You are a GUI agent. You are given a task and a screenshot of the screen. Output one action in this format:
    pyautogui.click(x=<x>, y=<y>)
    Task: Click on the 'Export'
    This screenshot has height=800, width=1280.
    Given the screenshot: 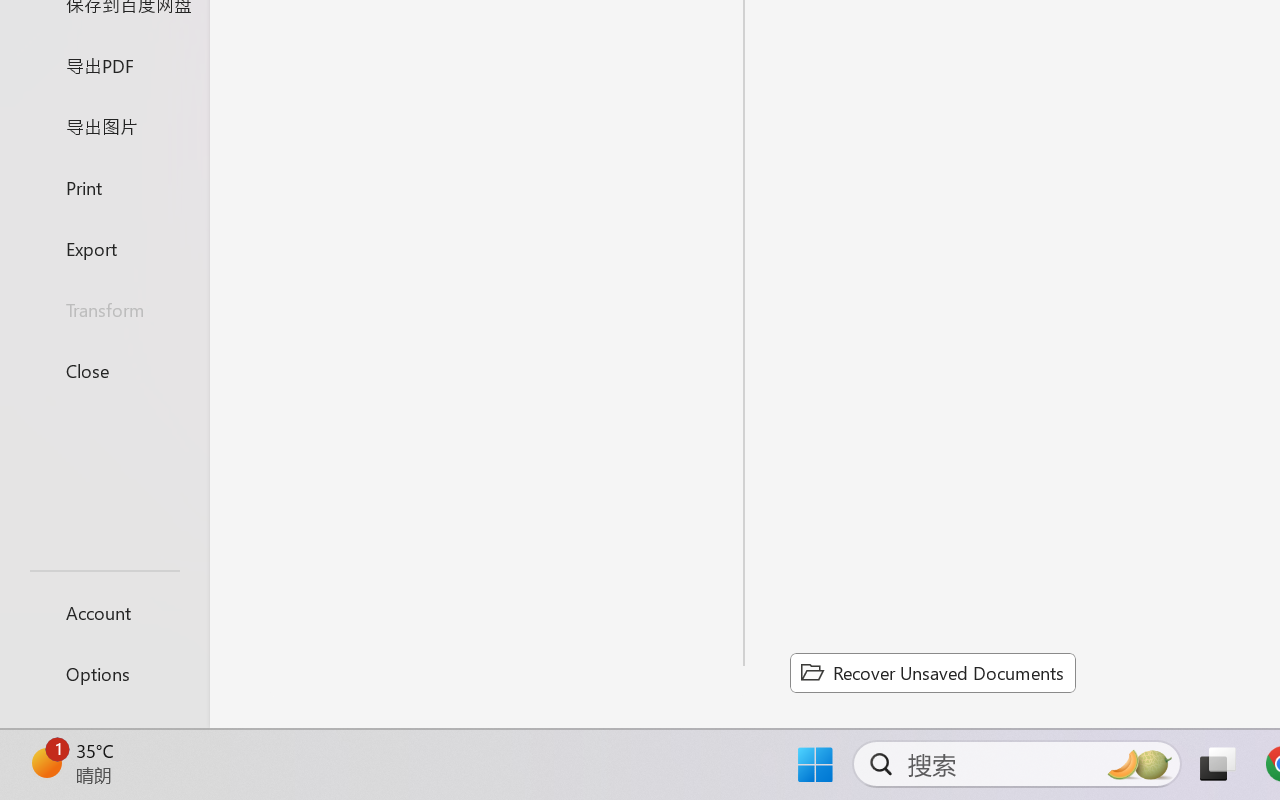 What is the action you would take?
    pyautogui.click(x=103, y=247)
    